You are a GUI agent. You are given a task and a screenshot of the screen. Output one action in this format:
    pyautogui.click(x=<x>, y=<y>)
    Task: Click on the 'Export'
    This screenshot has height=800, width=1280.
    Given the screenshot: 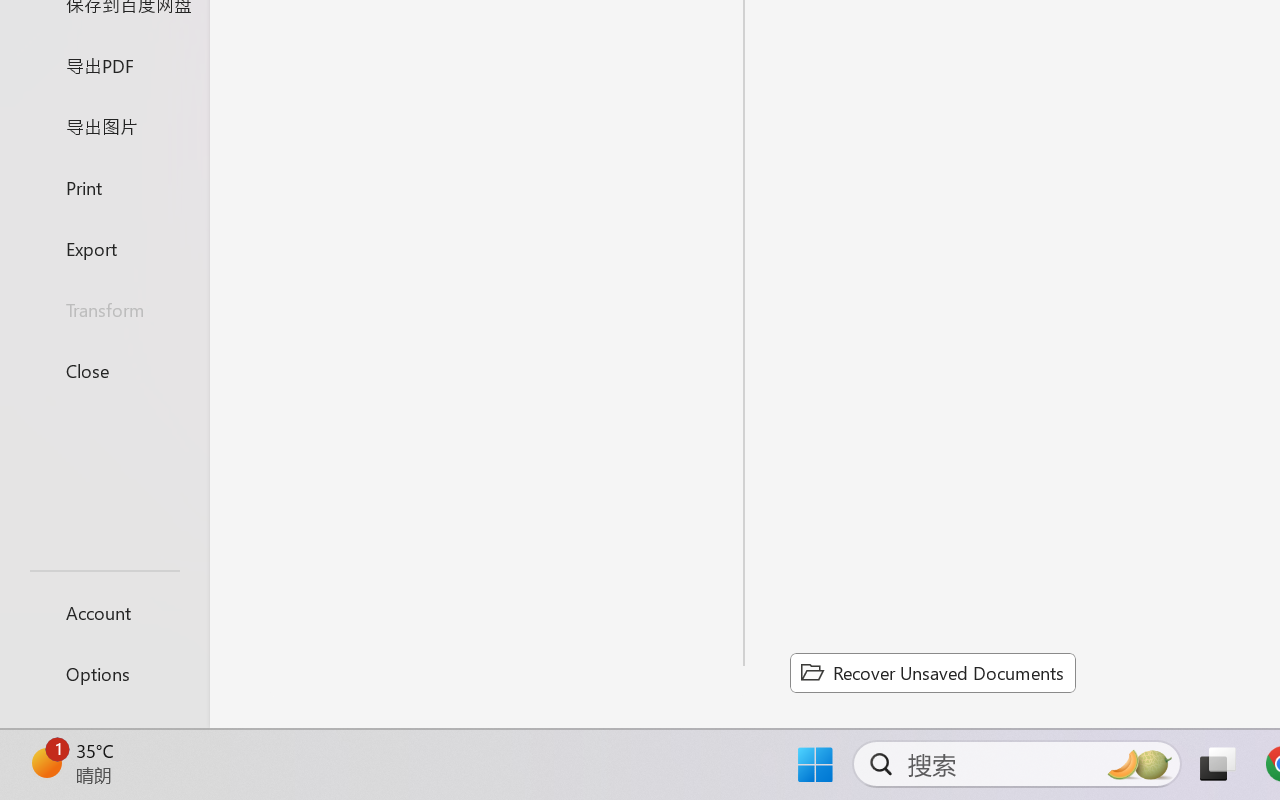 What is the action you would take?
    pyautogui.click(x=103, y=247)
    